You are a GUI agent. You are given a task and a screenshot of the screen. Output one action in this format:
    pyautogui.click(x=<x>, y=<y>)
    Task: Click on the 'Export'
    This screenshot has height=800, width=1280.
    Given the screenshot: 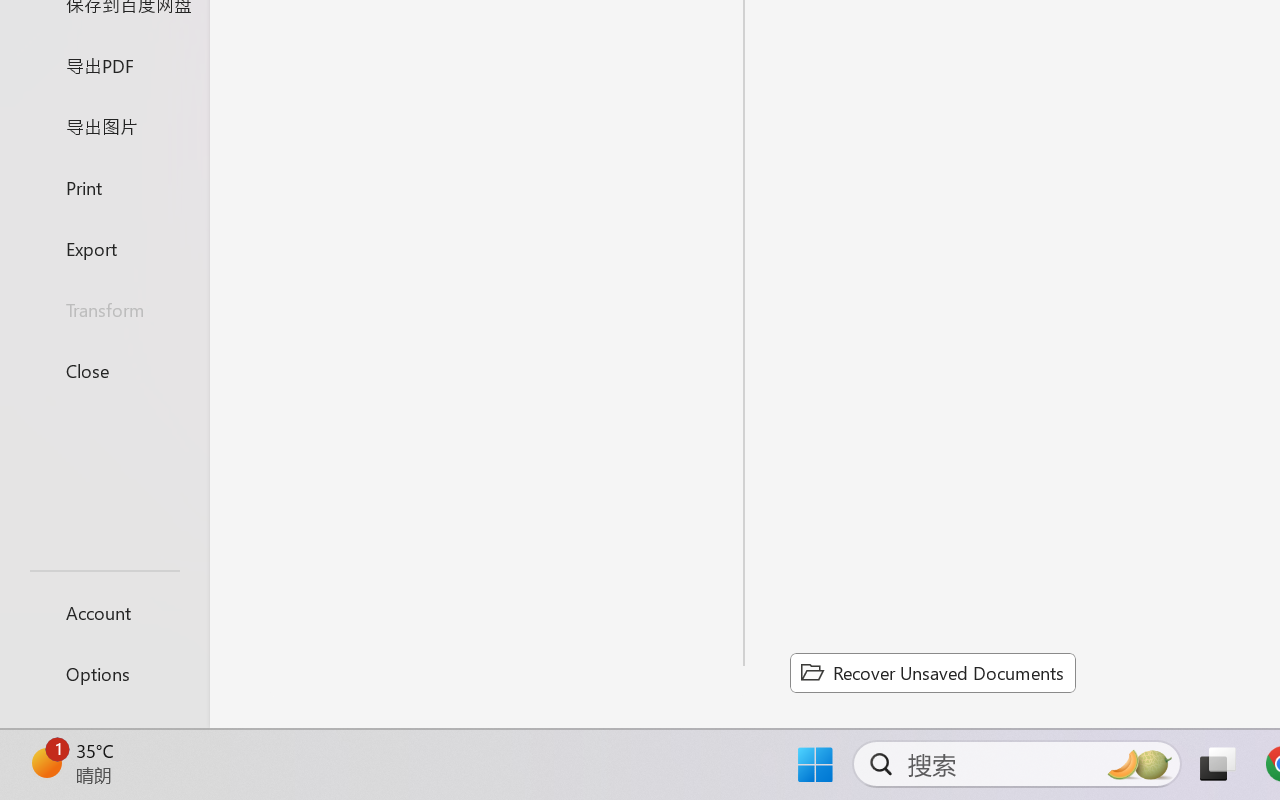 What is the action you would take?
    pyautogui.click(x=103, y=247)
    